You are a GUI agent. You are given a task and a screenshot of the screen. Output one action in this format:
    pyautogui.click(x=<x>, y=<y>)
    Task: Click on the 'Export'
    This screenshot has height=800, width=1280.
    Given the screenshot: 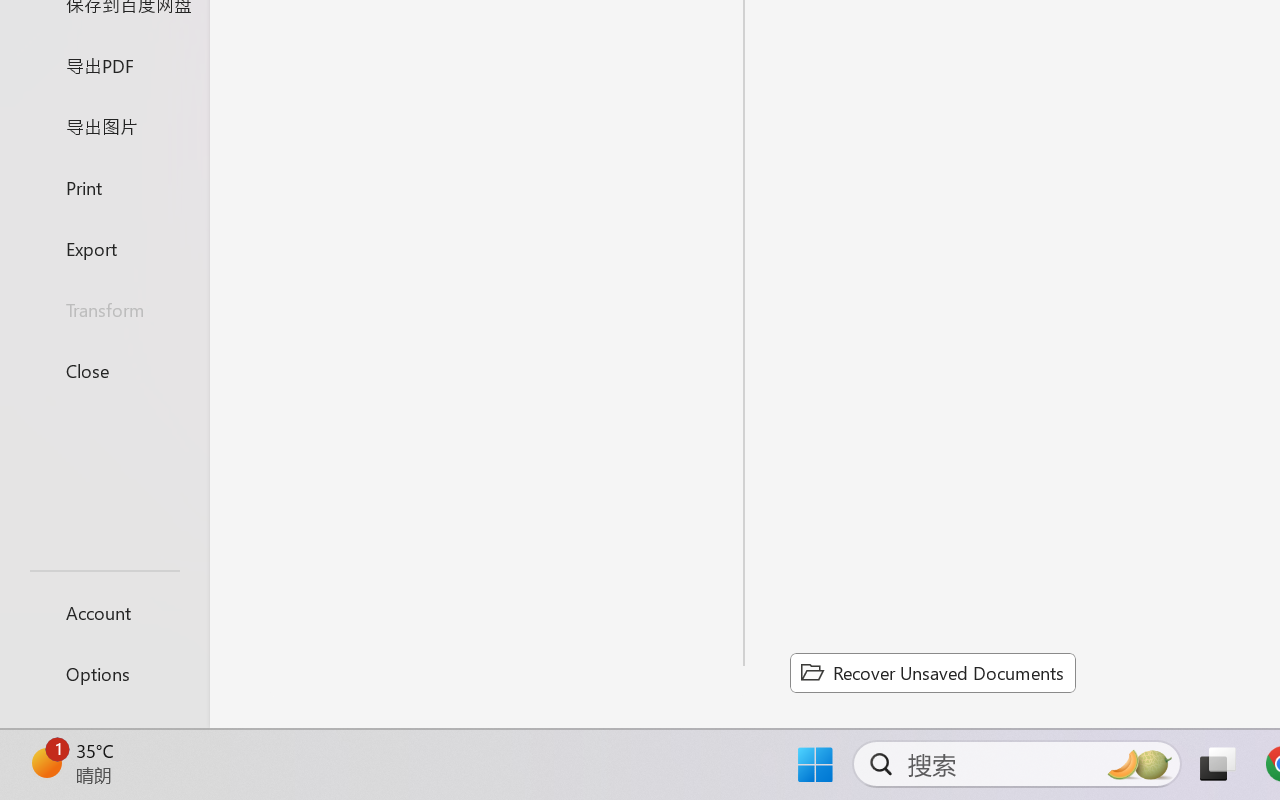 What is the action you would take?
    pyautogui.click(x=103, y=247)
    